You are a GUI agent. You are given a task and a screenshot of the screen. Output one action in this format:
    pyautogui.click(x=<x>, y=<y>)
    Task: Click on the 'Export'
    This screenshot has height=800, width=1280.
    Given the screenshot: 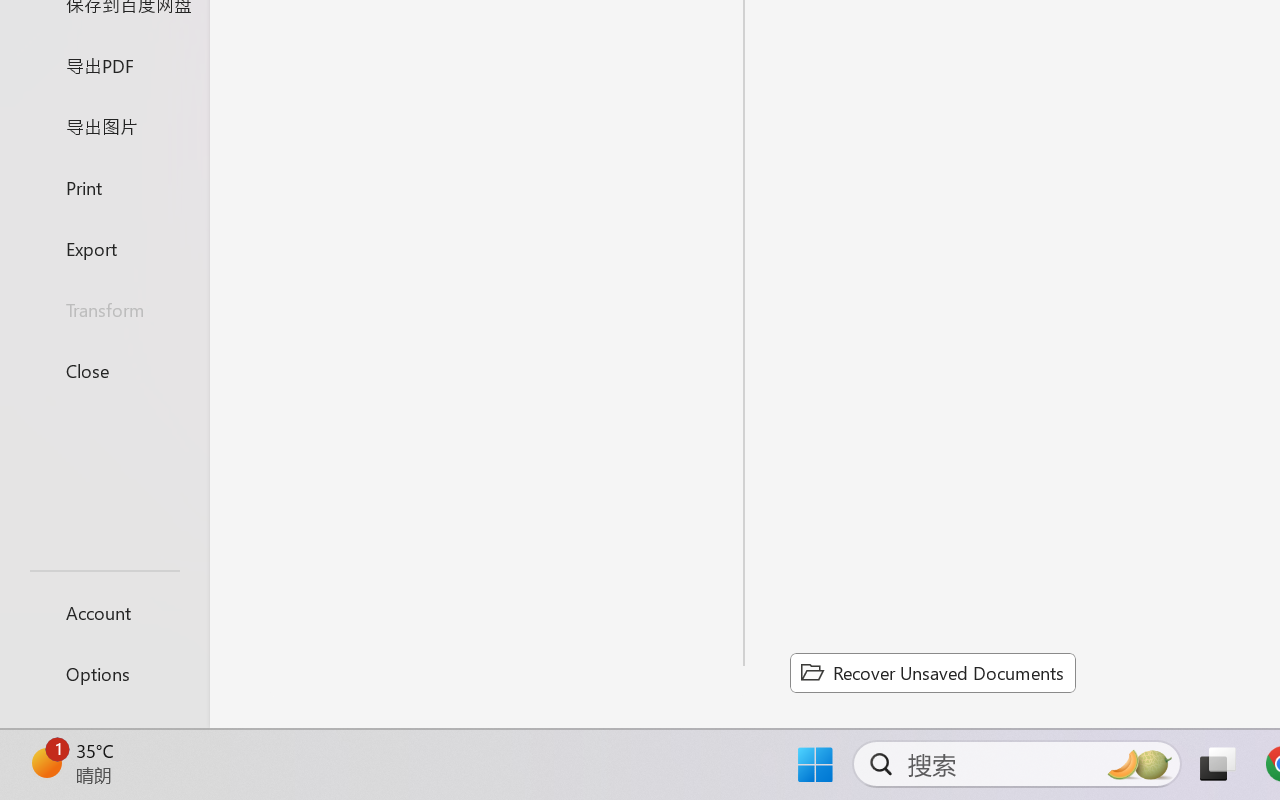 What is the action you would take?
    pyautogui.click(x=103, y=247)
    